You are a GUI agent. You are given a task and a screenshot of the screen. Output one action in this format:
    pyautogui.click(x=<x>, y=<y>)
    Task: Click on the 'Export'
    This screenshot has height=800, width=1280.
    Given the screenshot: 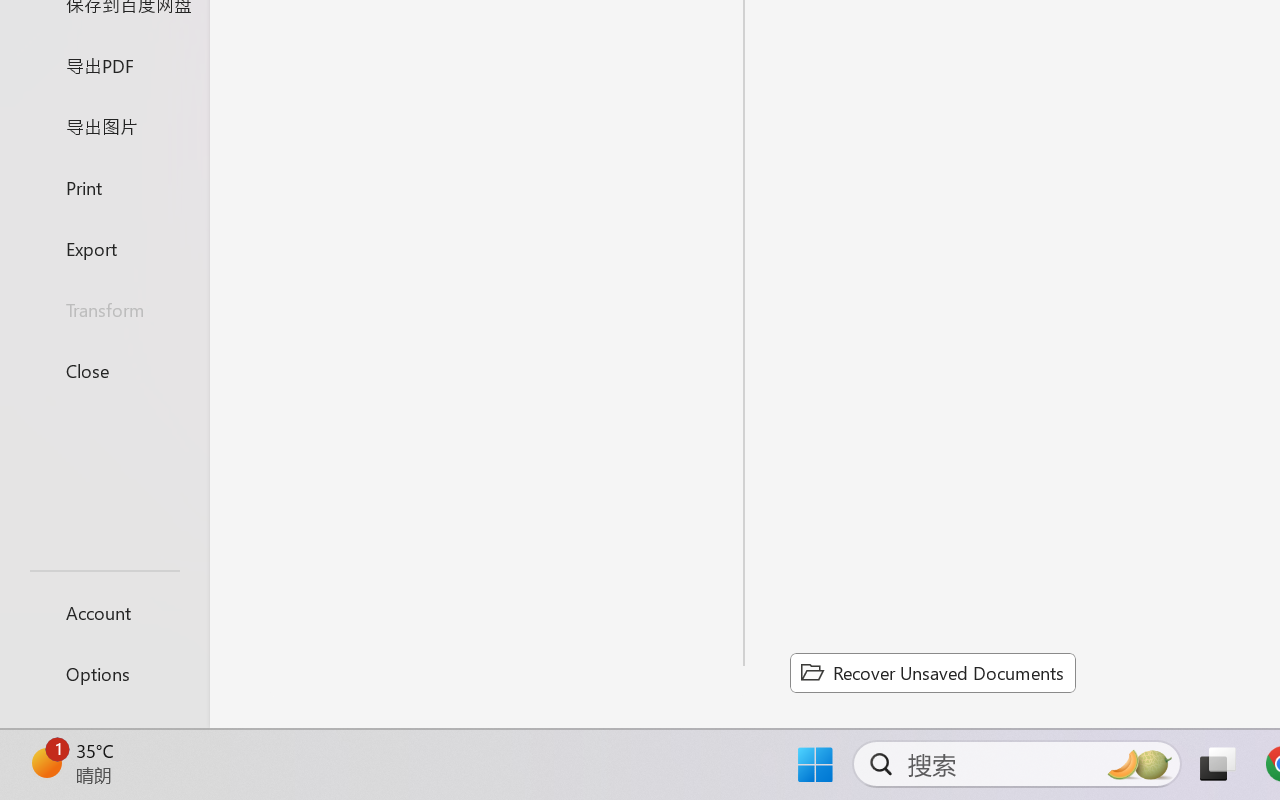 What is the action you would take?
    pyautogui.click(x=103, y=247)
    